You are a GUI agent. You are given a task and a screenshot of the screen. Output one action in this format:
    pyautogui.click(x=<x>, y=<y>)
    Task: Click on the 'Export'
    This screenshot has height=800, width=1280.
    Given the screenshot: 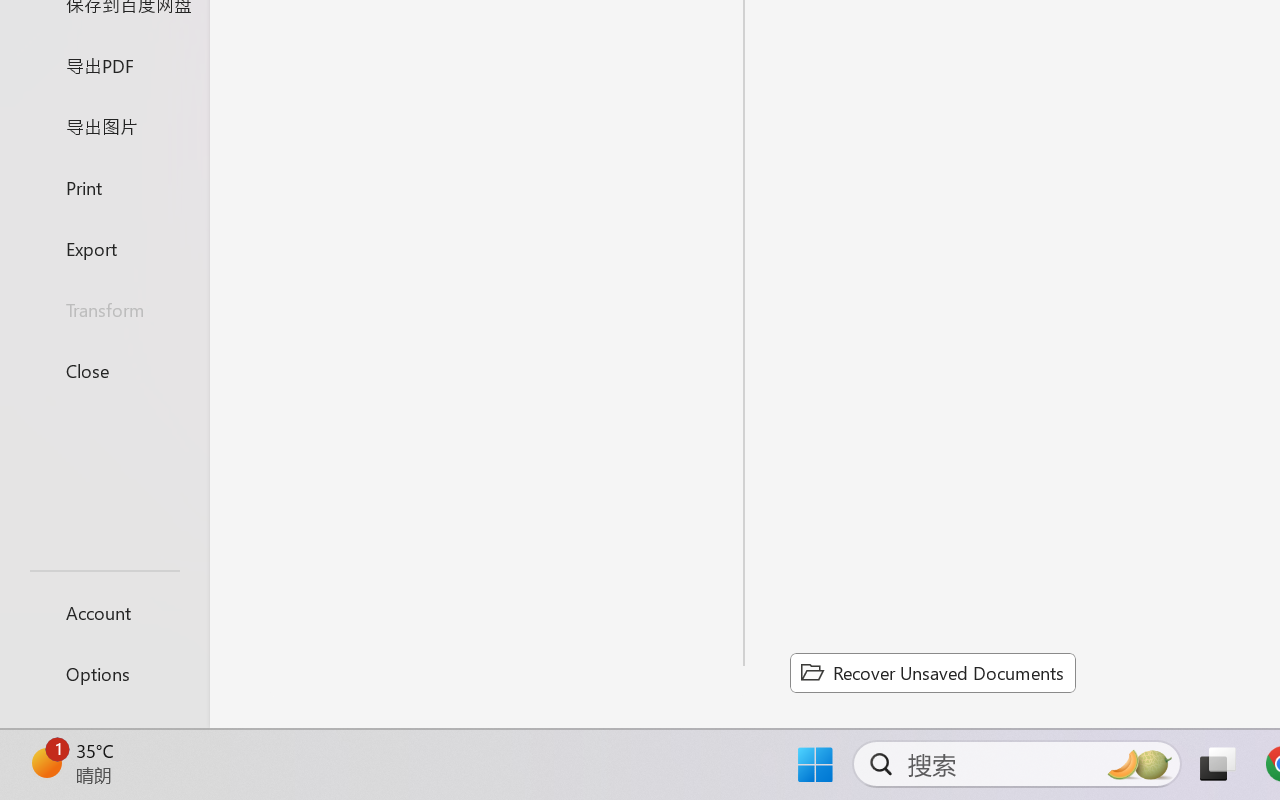 What is the action you would take?
    pyautogui.click(x=103, y=247)
    